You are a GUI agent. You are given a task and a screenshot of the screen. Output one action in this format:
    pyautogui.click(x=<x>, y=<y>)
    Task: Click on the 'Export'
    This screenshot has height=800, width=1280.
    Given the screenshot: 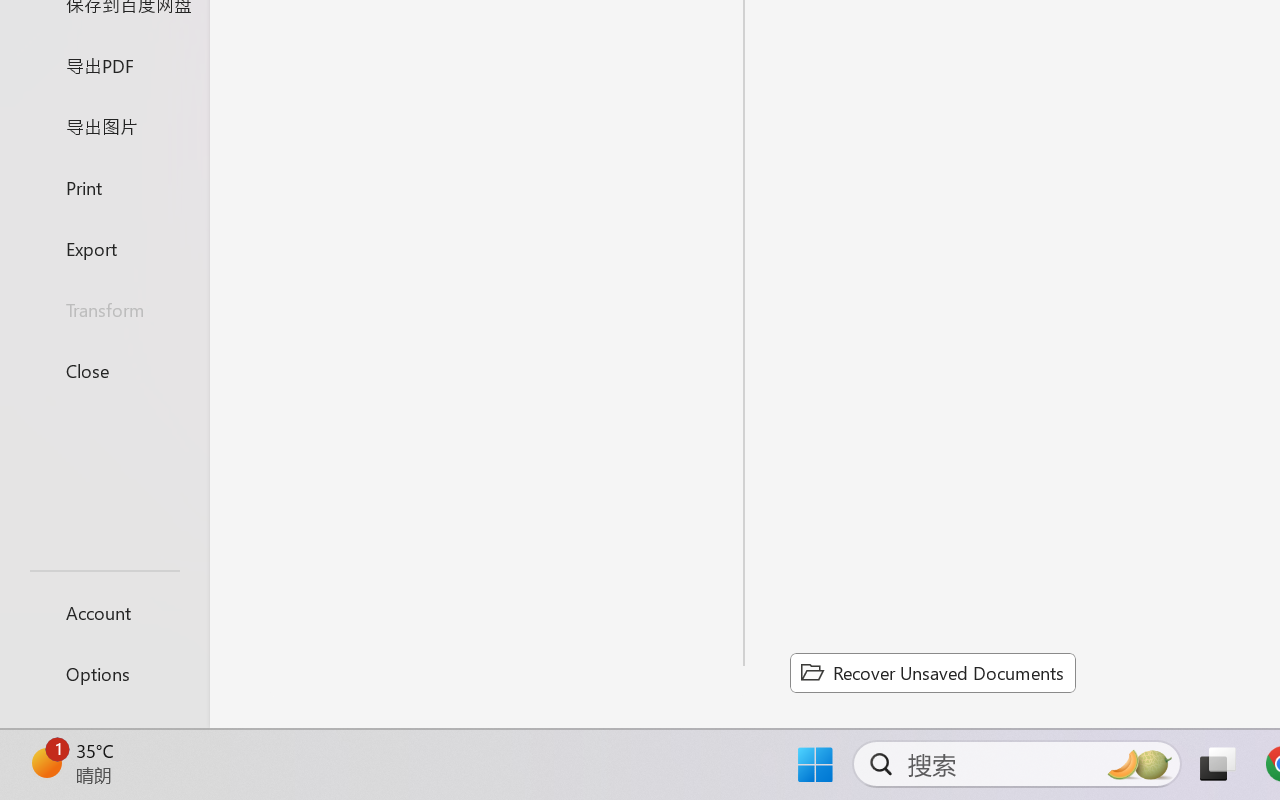 What is the action you would take?
    pyautogui.click(x=103, y=247)
    